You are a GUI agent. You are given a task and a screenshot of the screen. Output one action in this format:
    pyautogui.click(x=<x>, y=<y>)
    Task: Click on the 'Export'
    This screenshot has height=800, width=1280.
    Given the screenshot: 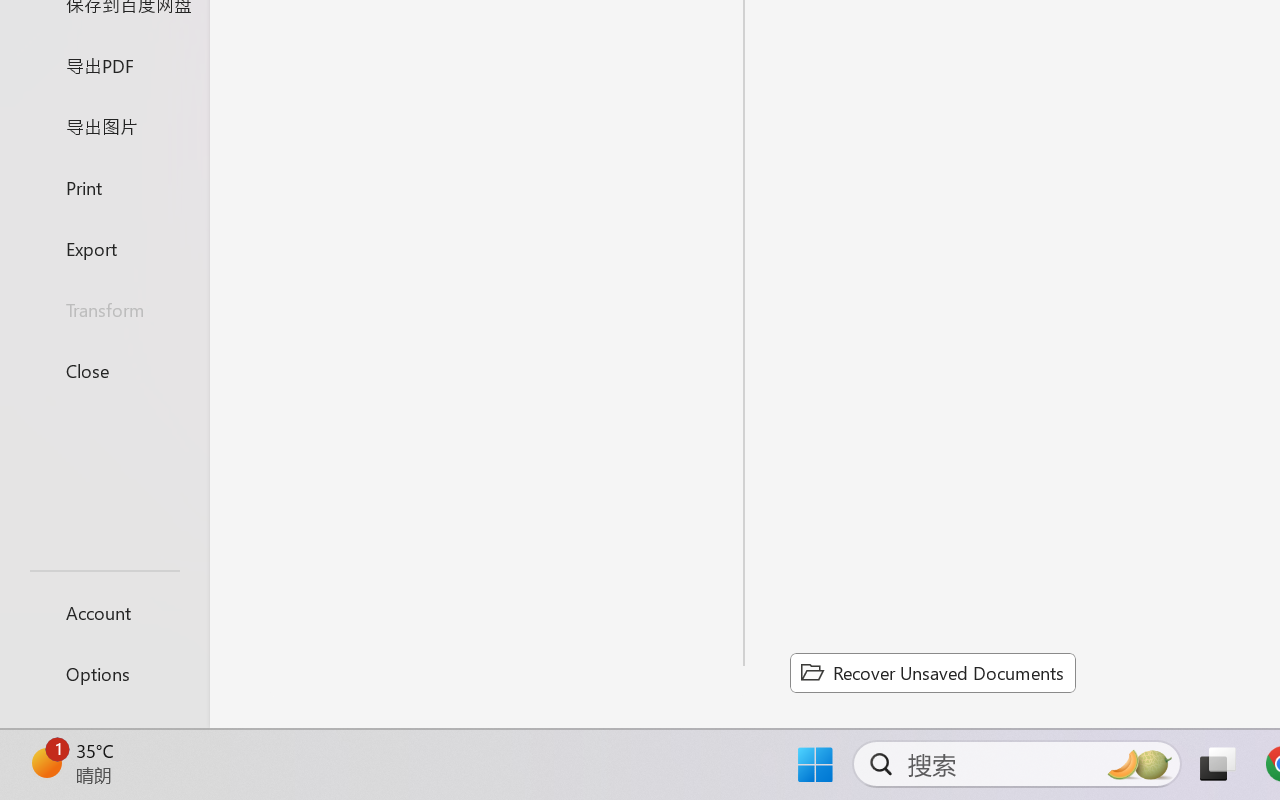 What is the action you would take?
    pyautogui.click(x=103, y=247)
    